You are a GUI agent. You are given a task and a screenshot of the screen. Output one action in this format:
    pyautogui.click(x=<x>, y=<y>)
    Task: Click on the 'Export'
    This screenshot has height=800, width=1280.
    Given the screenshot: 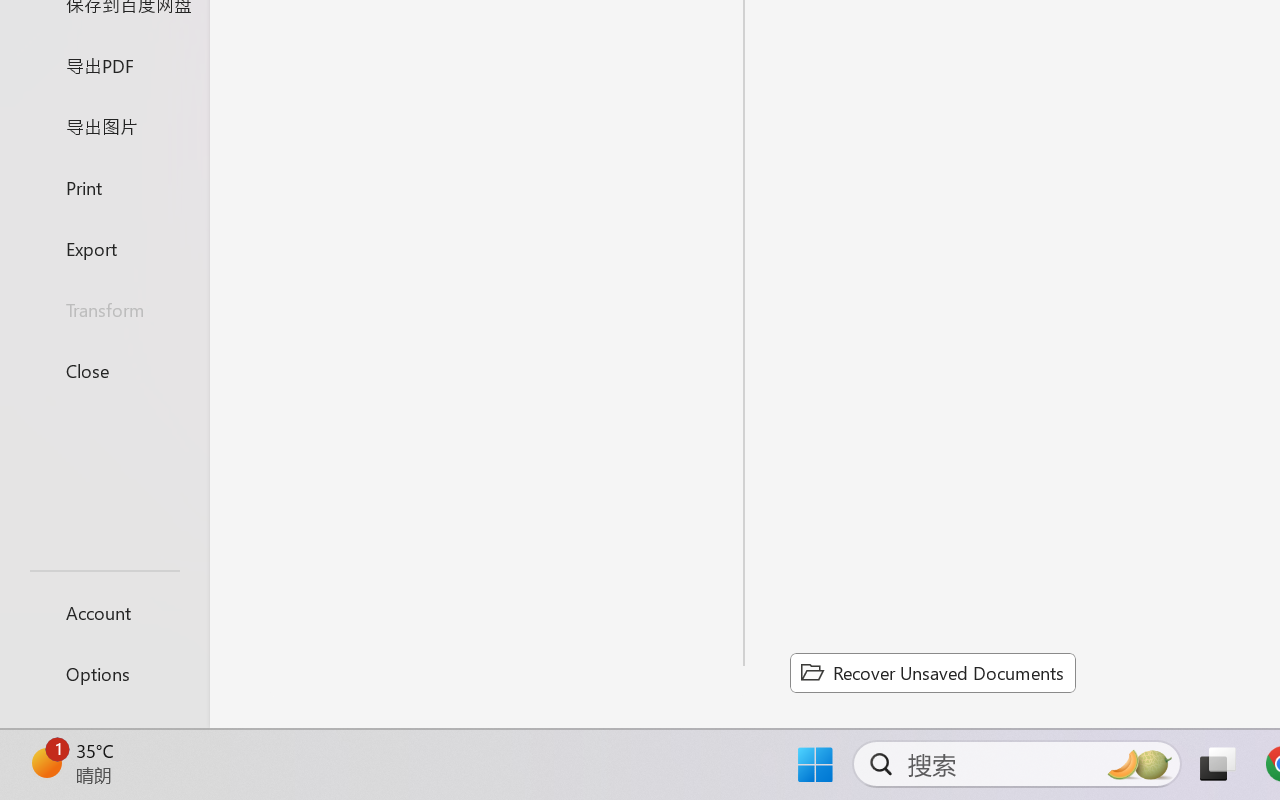 What is the action you would take?
    pyautogui.click(x=103, y=247)
    